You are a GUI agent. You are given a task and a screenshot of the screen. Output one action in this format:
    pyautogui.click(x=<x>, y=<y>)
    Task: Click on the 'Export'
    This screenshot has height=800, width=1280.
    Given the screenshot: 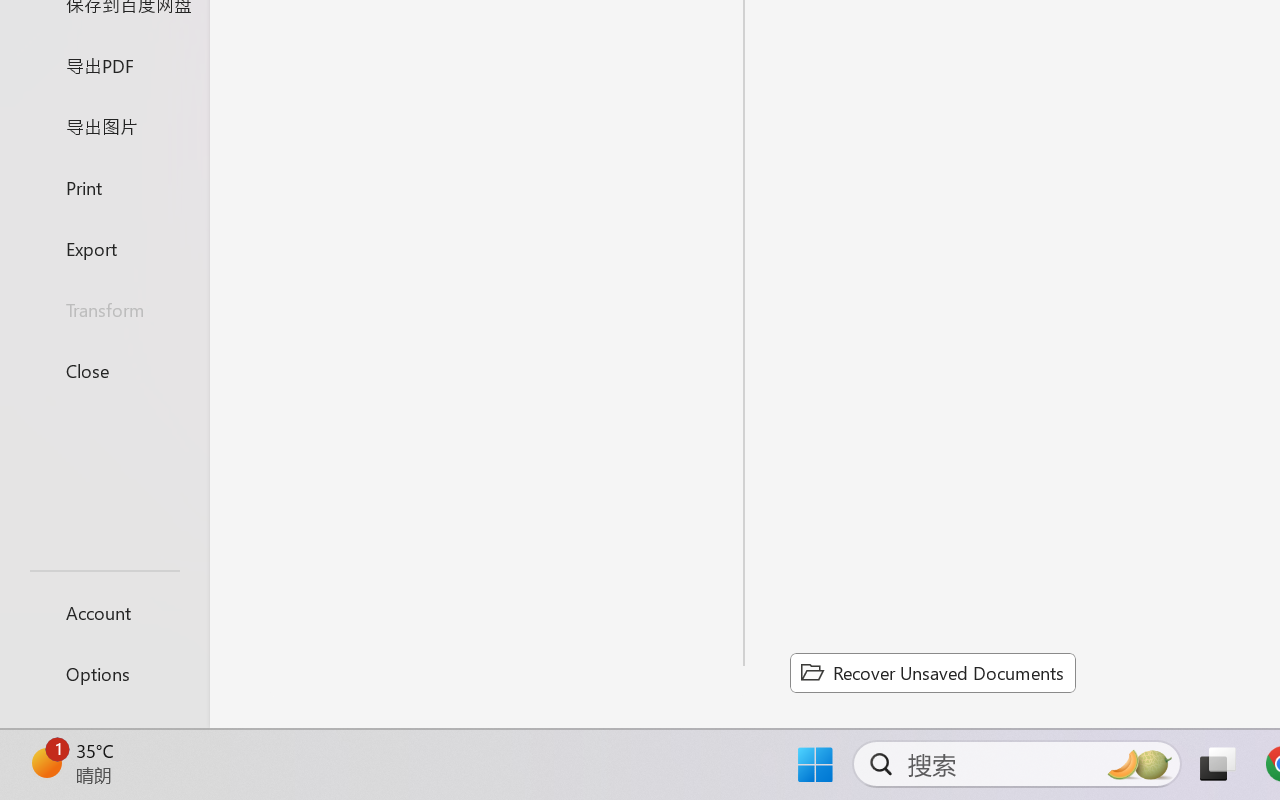 What is the action you would take?
    pyautogui.click(x=103, y=247)
    